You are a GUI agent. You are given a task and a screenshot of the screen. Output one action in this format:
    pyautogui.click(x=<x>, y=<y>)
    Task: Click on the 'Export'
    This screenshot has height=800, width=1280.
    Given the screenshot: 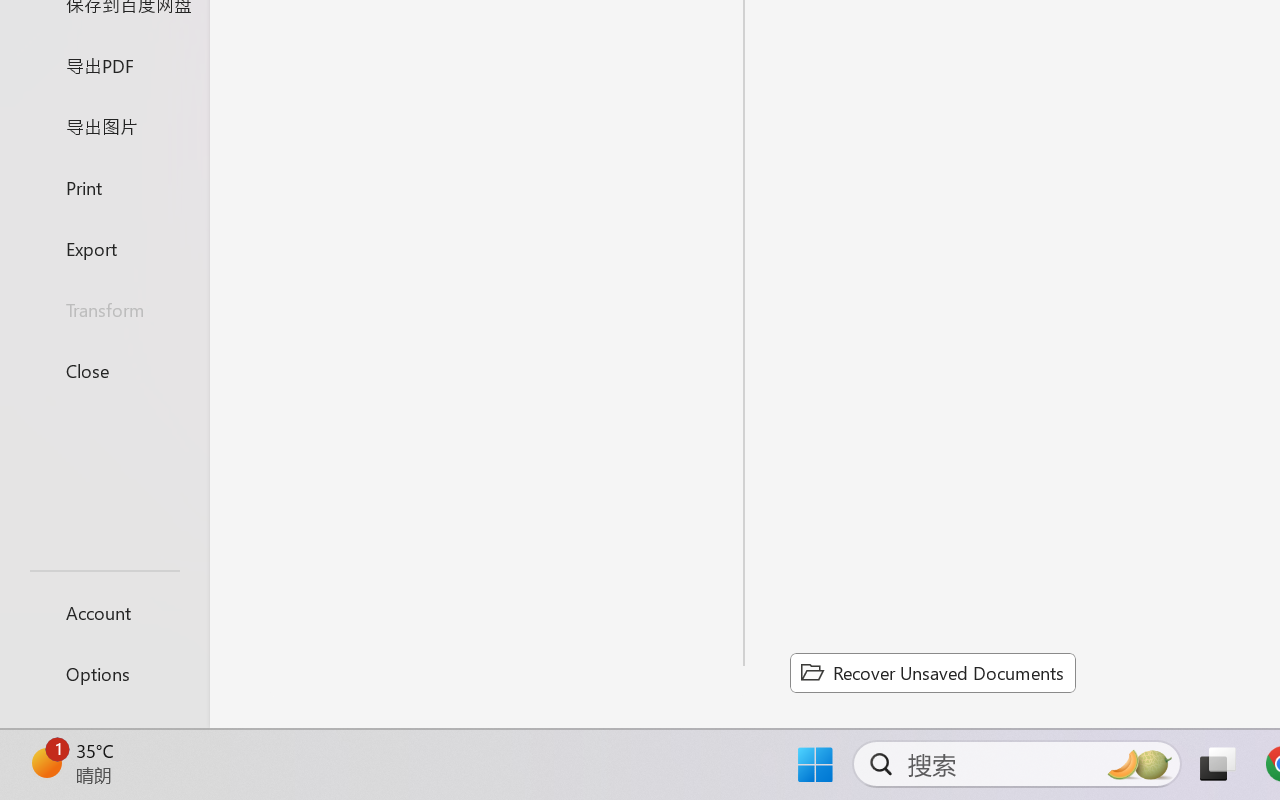 What is the action you would take?
    pyautogui.click(x=103, y=247)
    